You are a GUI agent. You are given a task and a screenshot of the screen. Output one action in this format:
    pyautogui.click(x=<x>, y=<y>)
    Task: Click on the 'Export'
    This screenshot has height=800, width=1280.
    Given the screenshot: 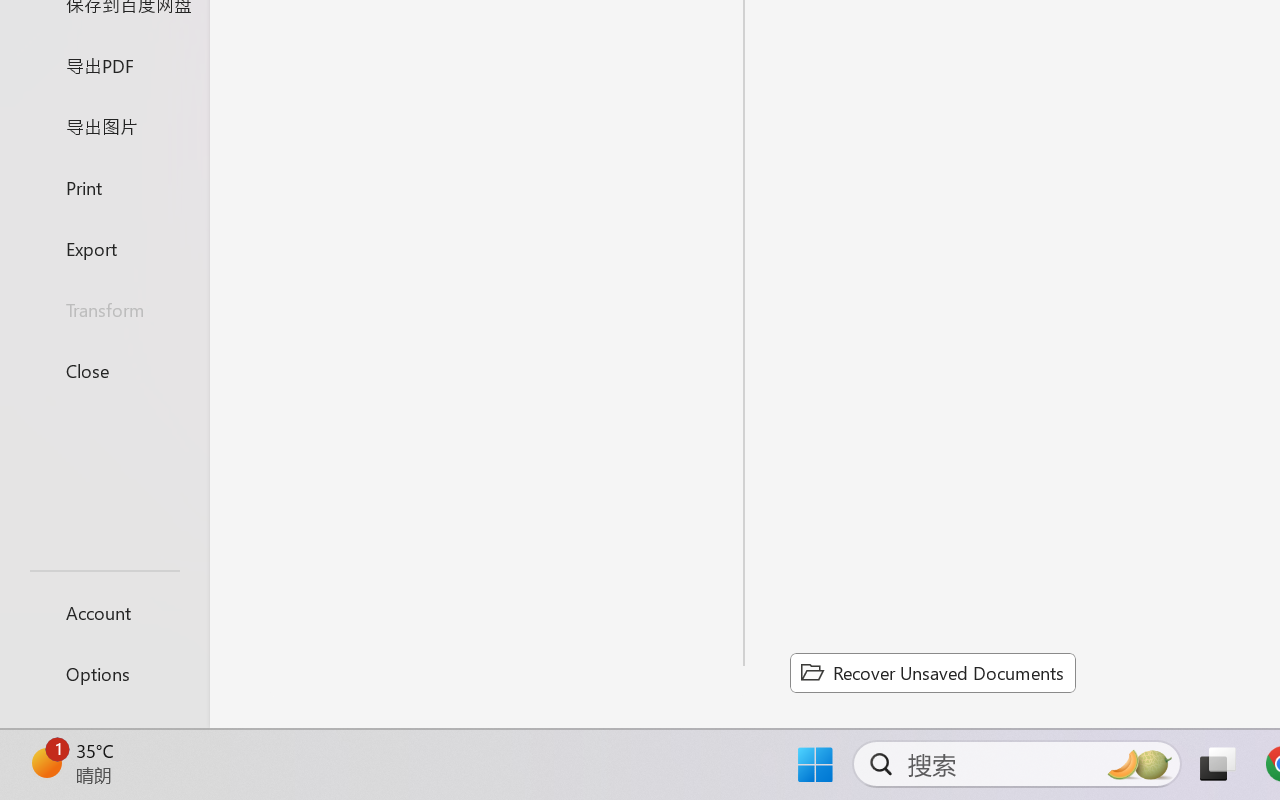 What is the action you would take?
    pyautogui.click(x=103, y=247)
    